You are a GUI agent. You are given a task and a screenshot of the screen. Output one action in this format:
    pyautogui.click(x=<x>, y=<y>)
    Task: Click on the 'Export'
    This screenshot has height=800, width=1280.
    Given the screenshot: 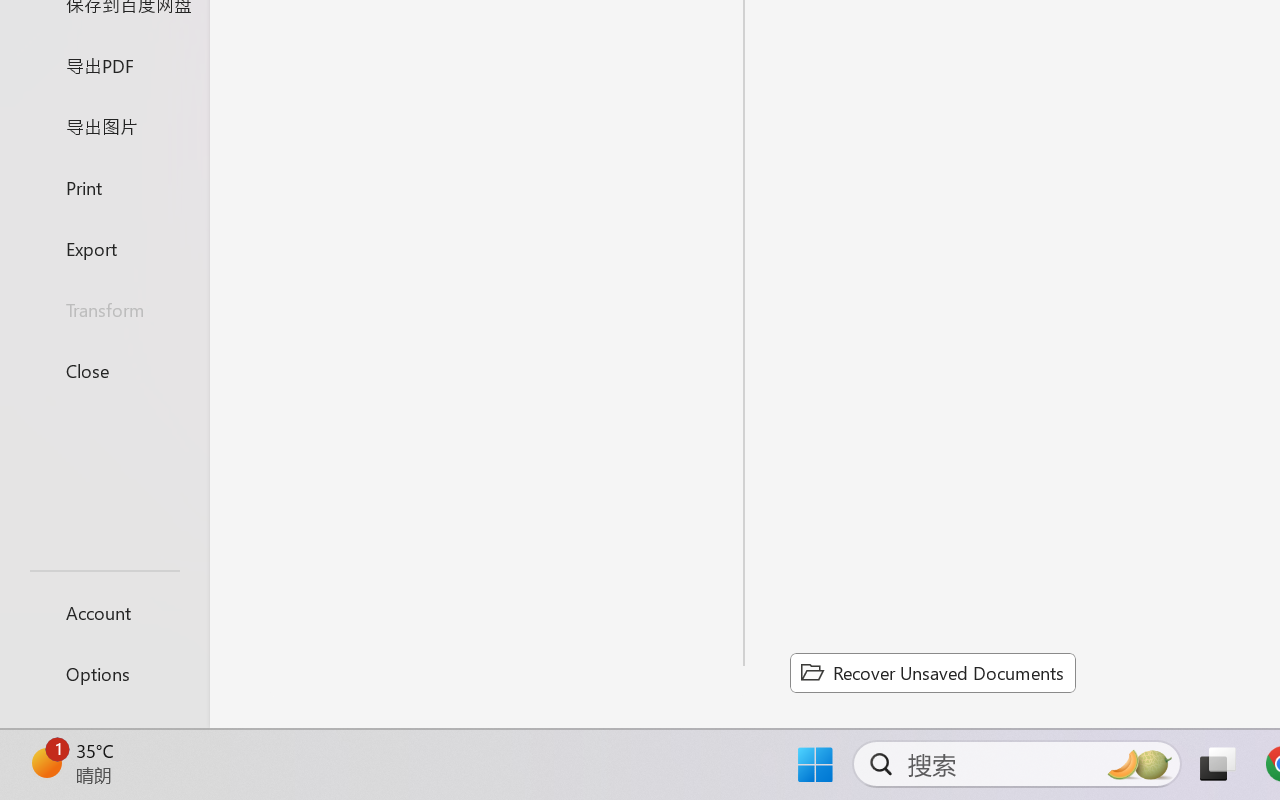 What is the action you would take?
    pyautogui.click(x=103, y=247)
    